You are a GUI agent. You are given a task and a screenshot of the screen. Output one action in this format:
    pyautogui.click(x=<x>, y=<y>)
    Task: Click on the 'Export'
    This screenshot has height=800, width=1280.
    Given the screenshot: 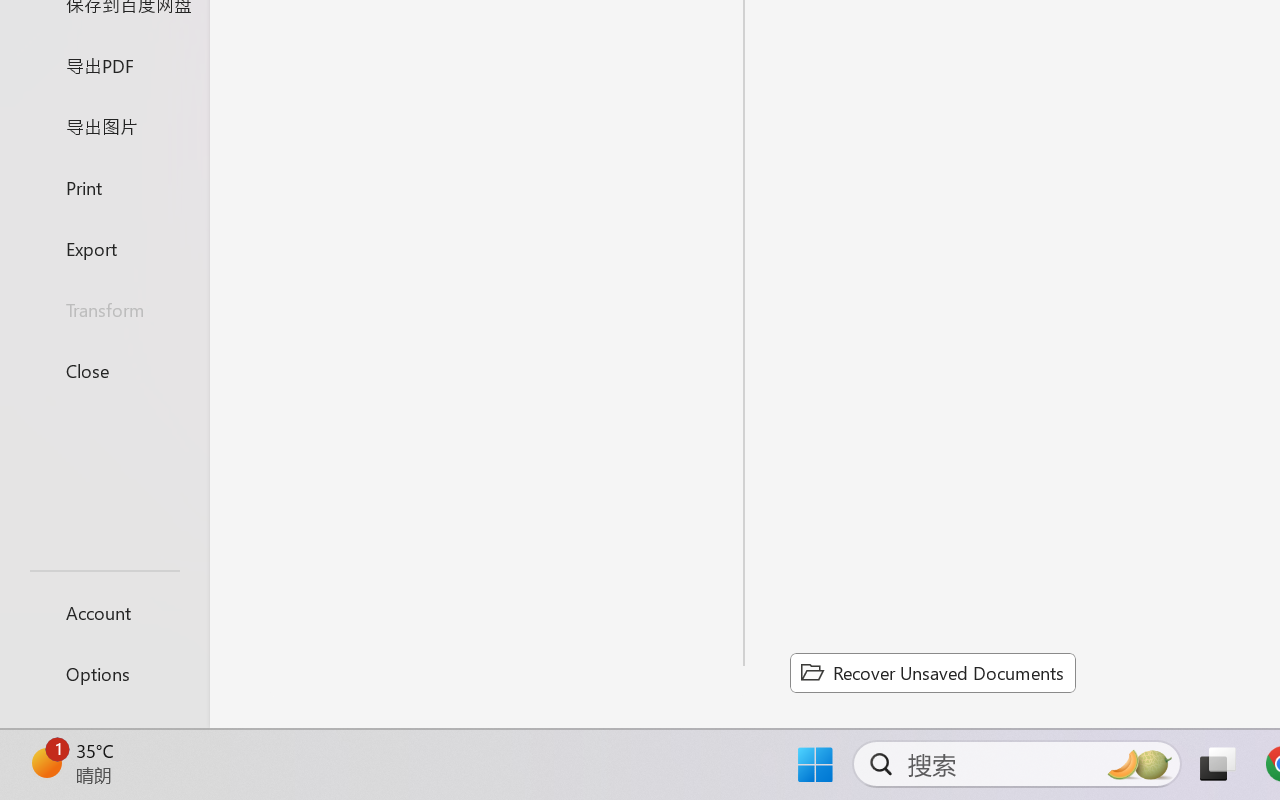 What is the action you would take?
    pyautogui.click(x=103, y=247)
    